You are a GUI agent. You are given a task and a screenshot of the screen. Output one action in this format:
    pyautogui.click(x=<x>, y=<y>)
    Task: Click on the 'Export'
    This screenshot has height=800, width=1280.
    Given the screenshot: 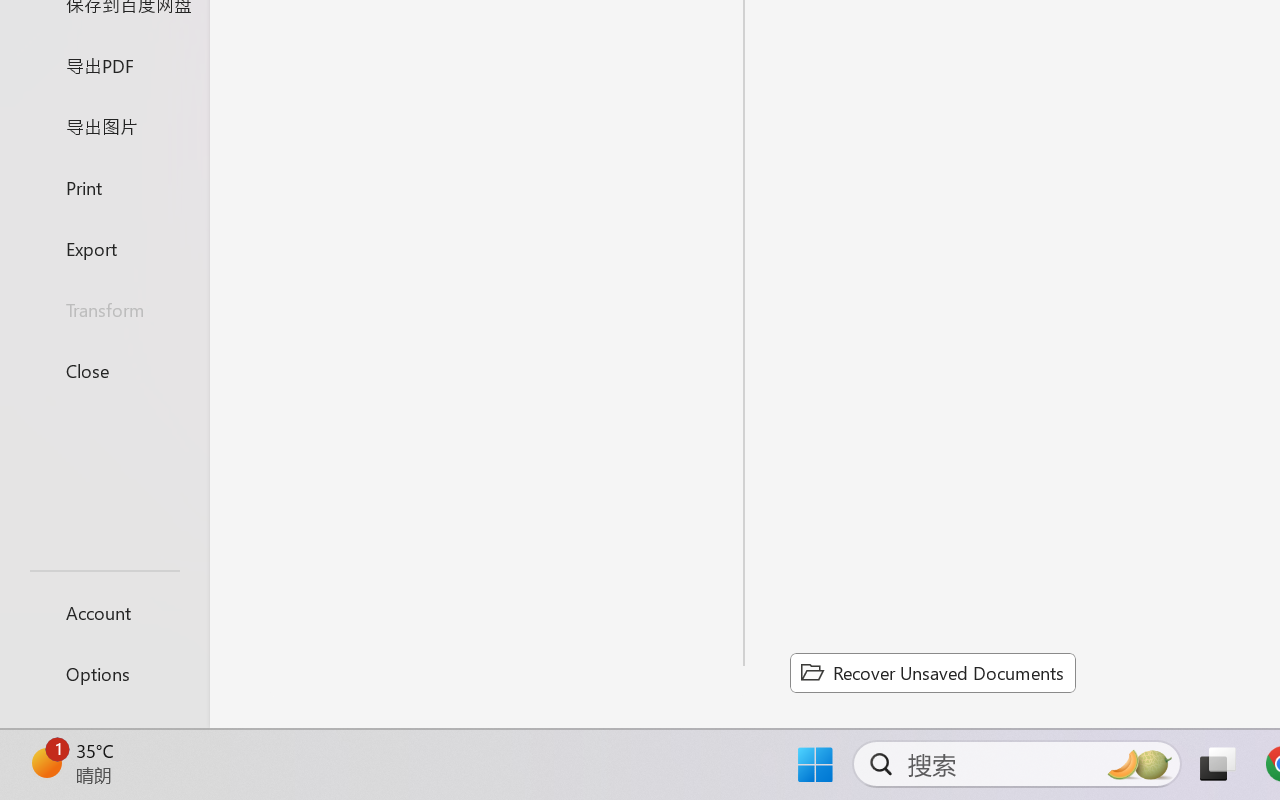 What is the action you would take?
    pyautogui.click(x=103, y=247)
    